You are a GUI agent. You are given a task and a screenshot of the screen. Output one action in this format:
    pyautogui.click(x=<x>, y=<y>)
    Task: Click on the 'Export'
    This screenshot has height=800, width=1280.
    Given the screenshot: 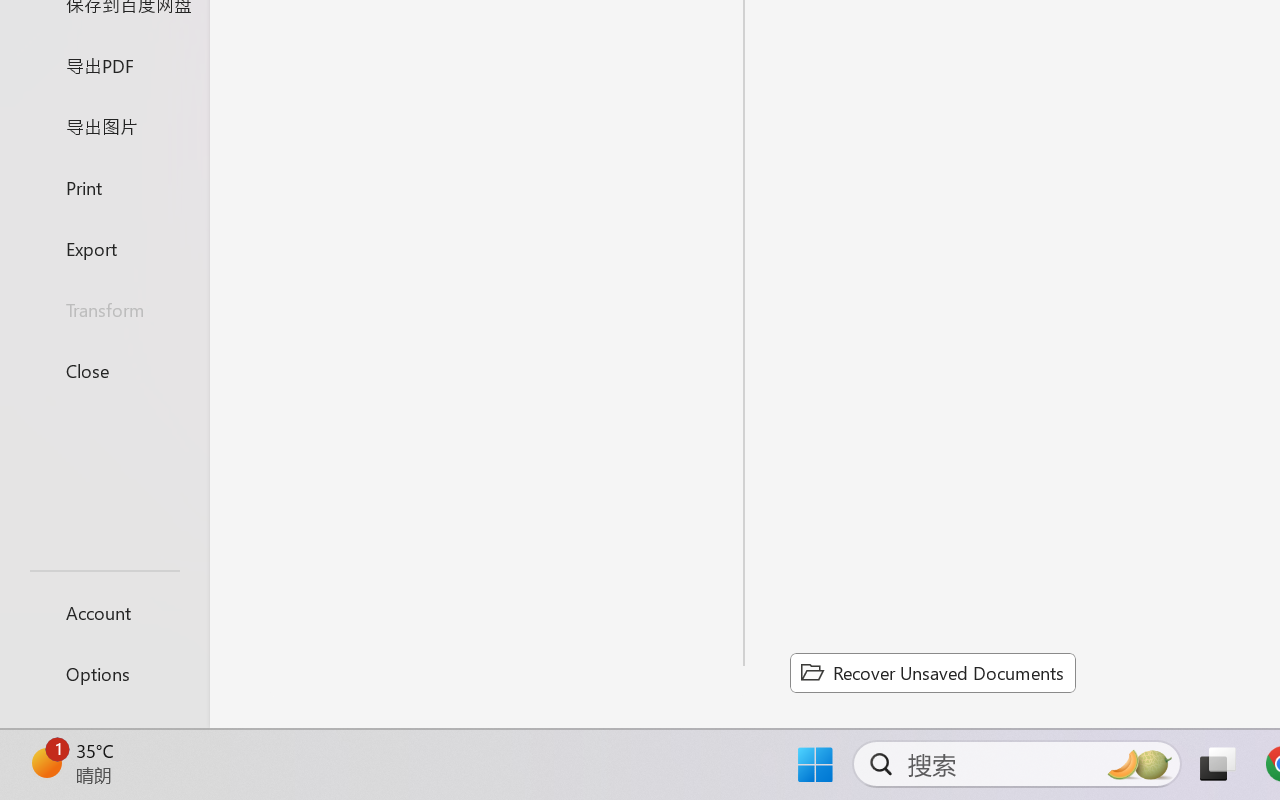 What is the action you would take?
    pyautogui.click(x=103, y=247)
    